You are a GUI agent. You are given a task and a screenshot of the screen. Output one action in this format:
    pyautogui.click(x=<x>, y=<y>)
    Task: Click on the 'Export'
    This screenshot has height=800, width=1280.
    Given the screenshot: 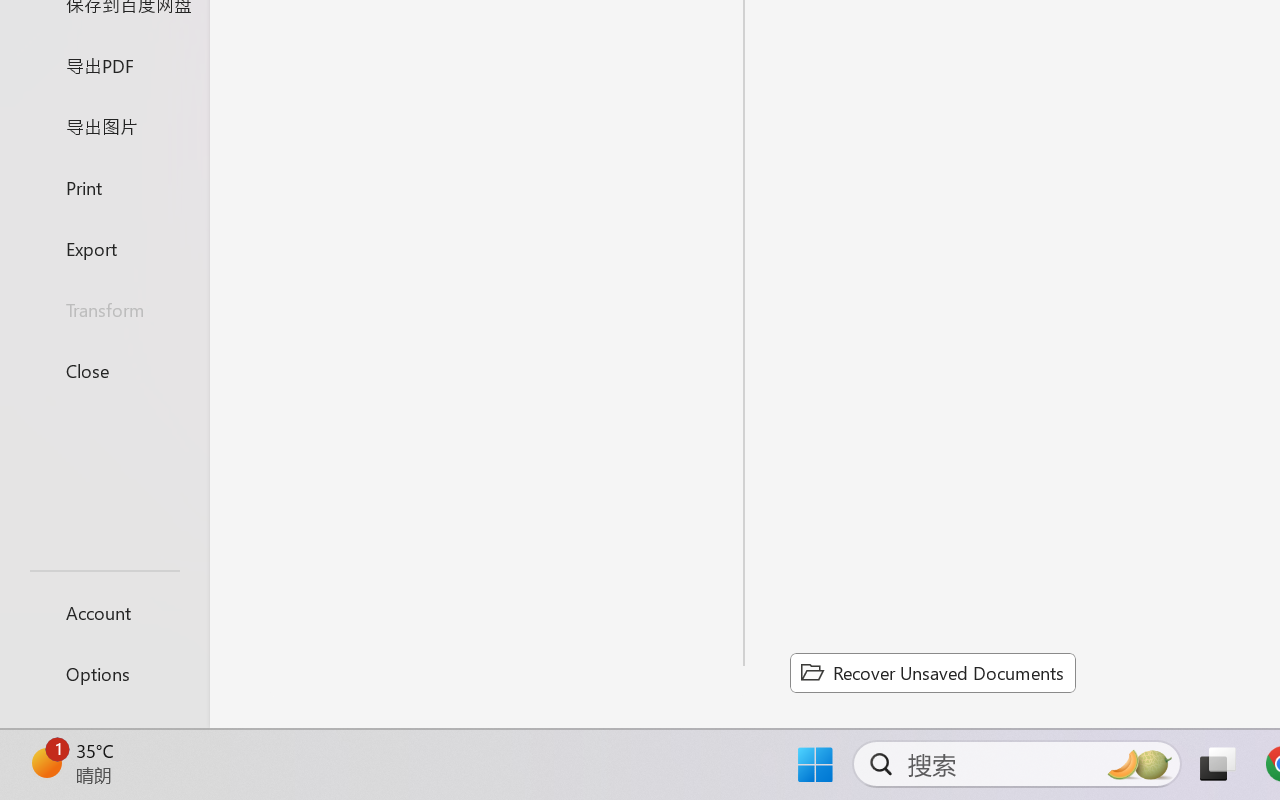 What is the action you would take?
    pyautogui.click(x=103, y=247)
    